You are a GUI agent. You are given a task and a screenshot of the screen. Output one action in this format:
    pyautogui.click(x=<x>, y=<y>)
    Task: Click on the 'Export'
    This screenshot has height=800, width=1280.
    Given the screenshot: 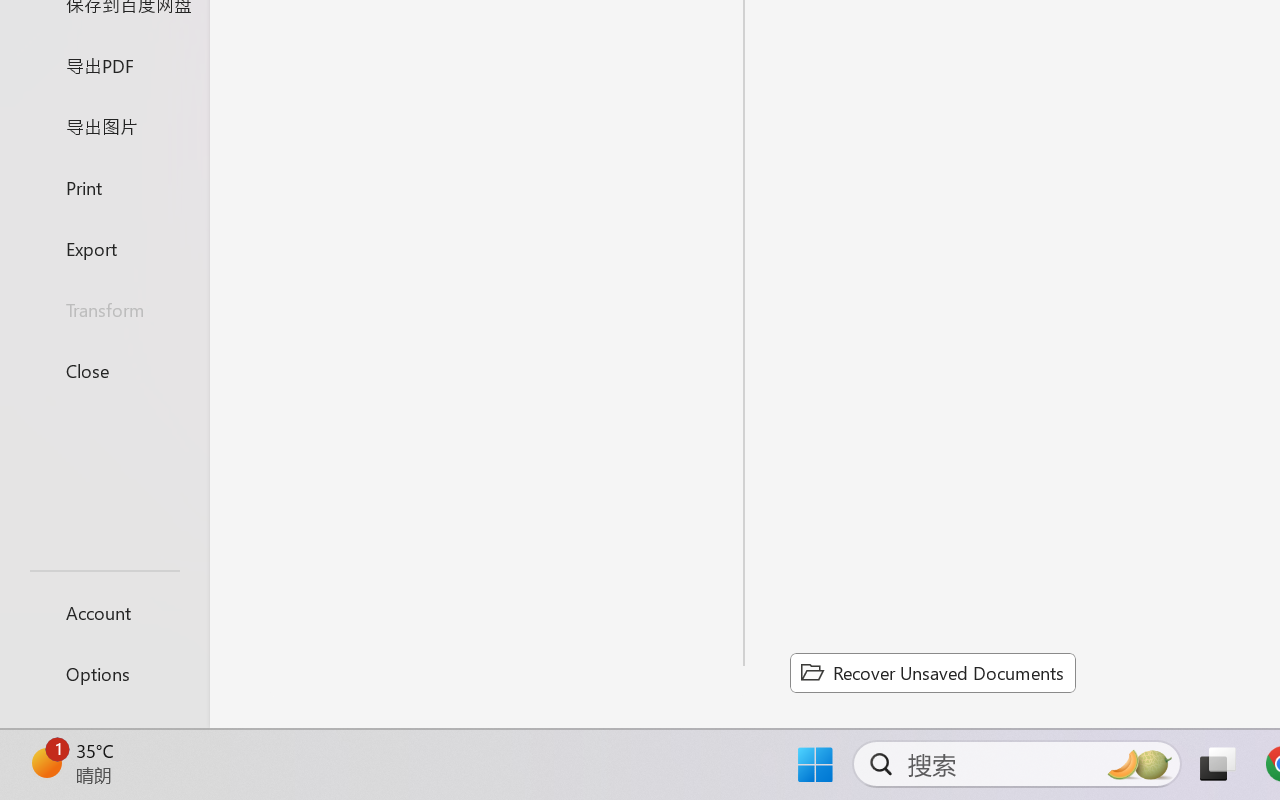 What is the action you would take?
    pyautogui.click(x=103, y=247)
    